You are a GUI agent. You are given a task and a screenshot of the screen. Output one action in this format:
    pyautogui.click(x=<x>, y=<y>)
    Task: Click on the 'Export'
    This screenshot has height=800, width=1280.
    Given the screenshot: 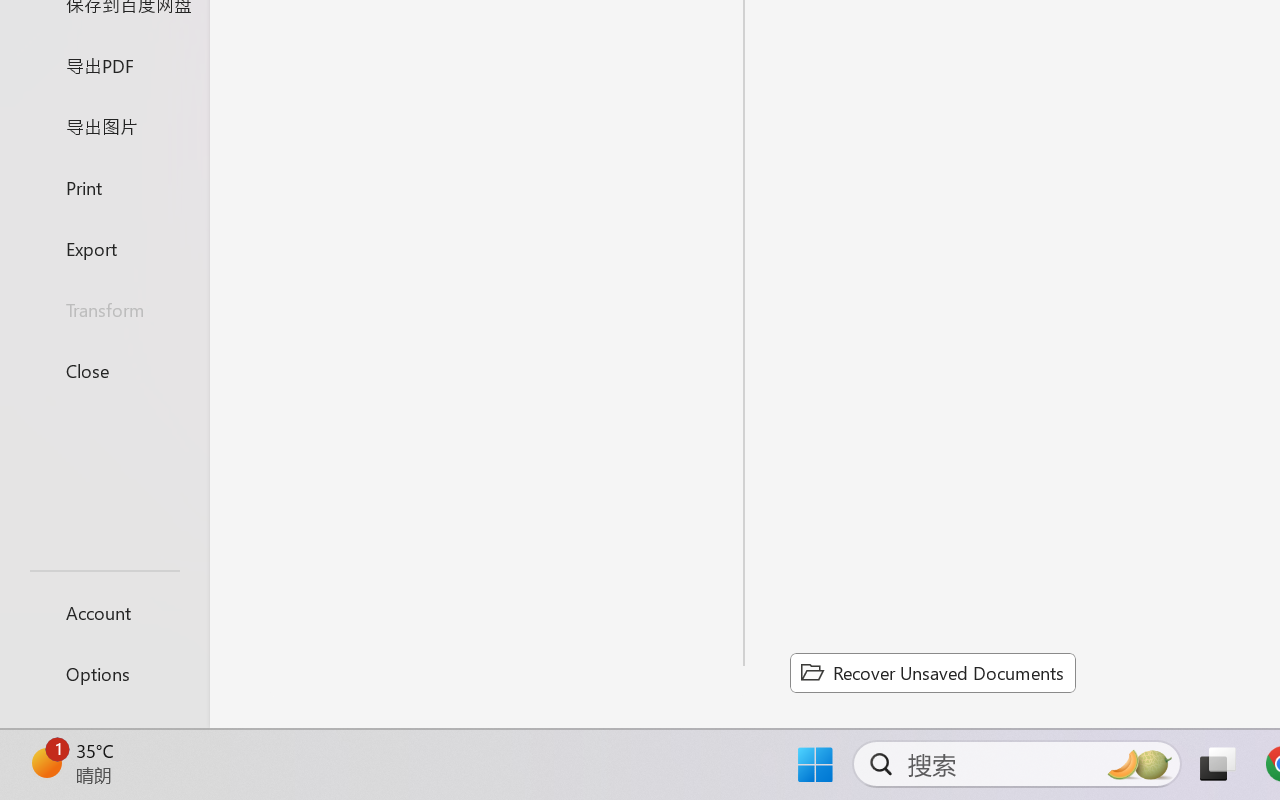 What is the action you would take?
    pyautogui.click(x=103, y=247)
    